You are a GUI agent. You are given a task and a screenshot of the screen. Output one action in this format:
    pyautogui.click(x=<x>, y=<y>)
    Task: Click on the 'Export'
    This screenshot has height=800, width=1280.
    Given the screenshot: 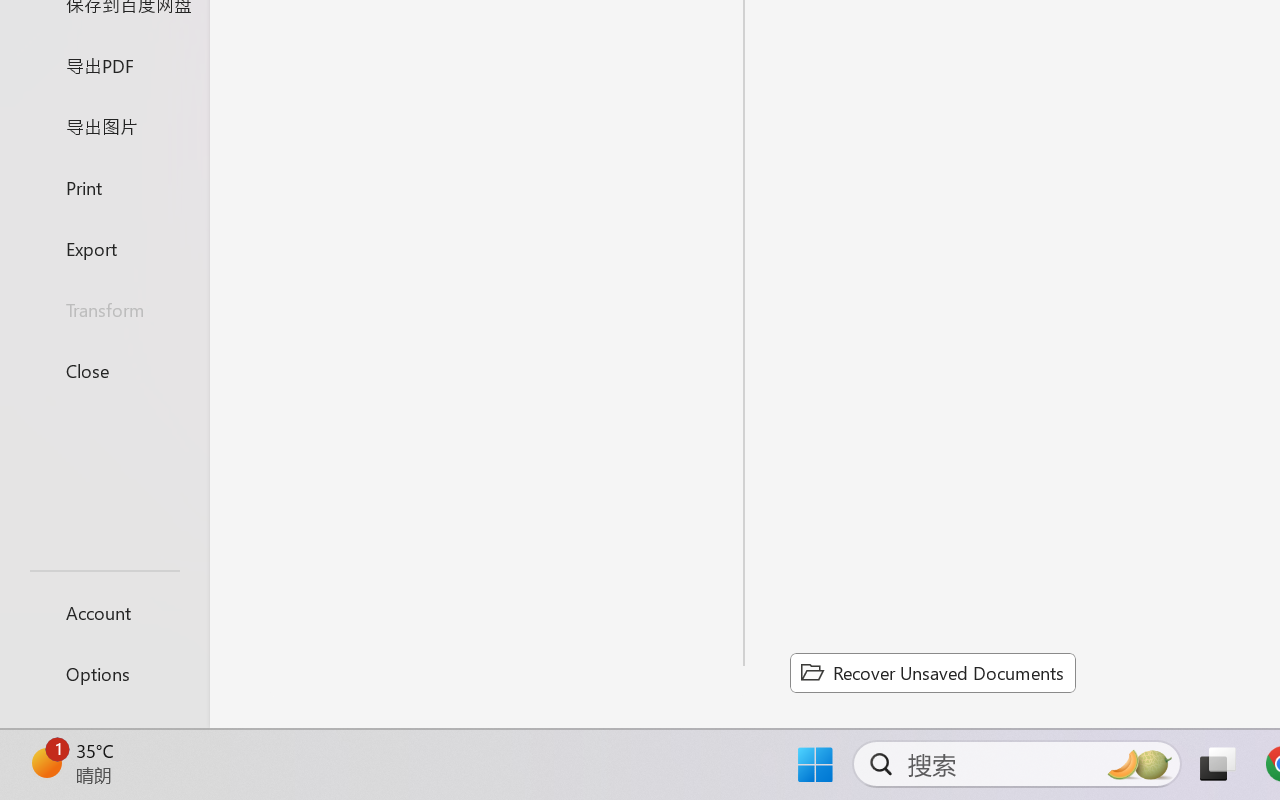 What is the action you would take?
    pyautogui.click(x=103, y=247)
    